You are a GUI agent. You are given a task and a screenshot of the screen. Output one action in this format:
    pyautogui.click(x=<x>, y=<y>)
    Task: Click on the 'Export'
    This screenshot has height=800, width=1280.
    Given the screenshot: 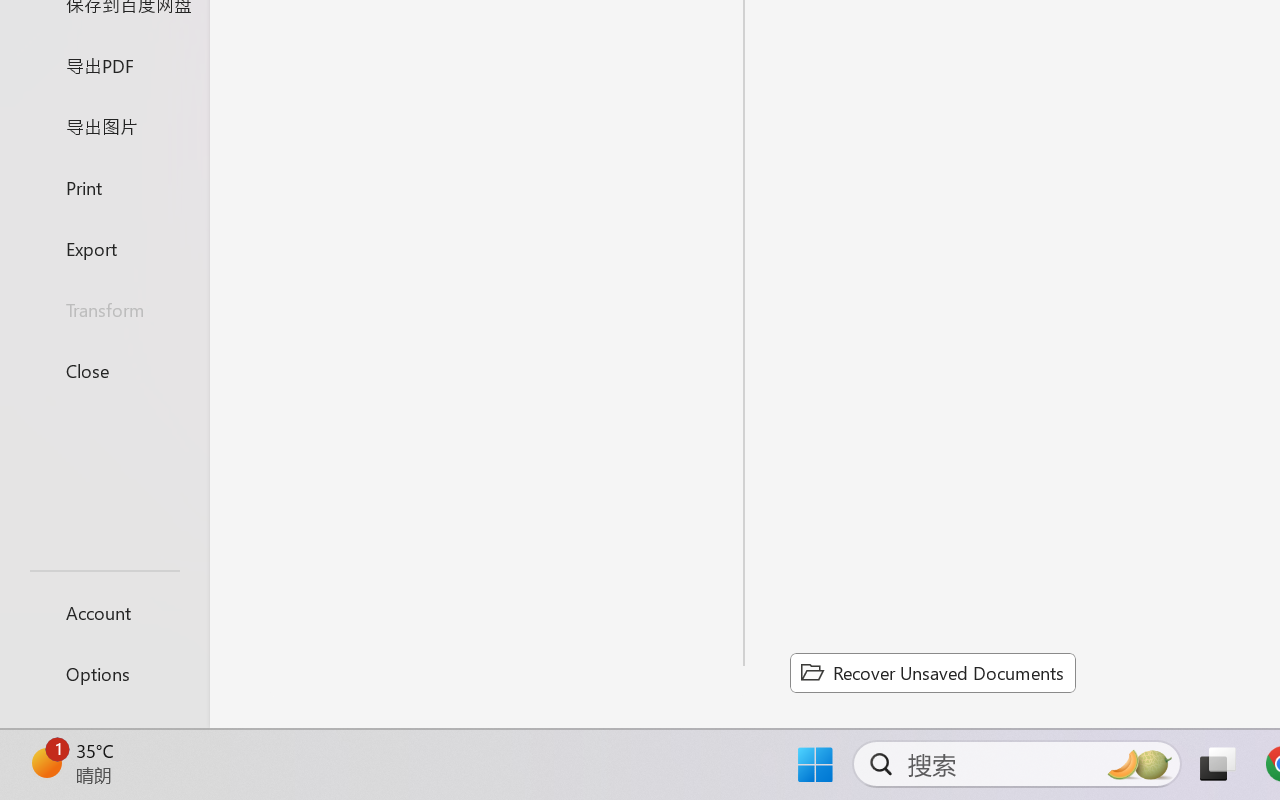 What is the action you would take?
    pyautogui.click(x=103, y=247)
    